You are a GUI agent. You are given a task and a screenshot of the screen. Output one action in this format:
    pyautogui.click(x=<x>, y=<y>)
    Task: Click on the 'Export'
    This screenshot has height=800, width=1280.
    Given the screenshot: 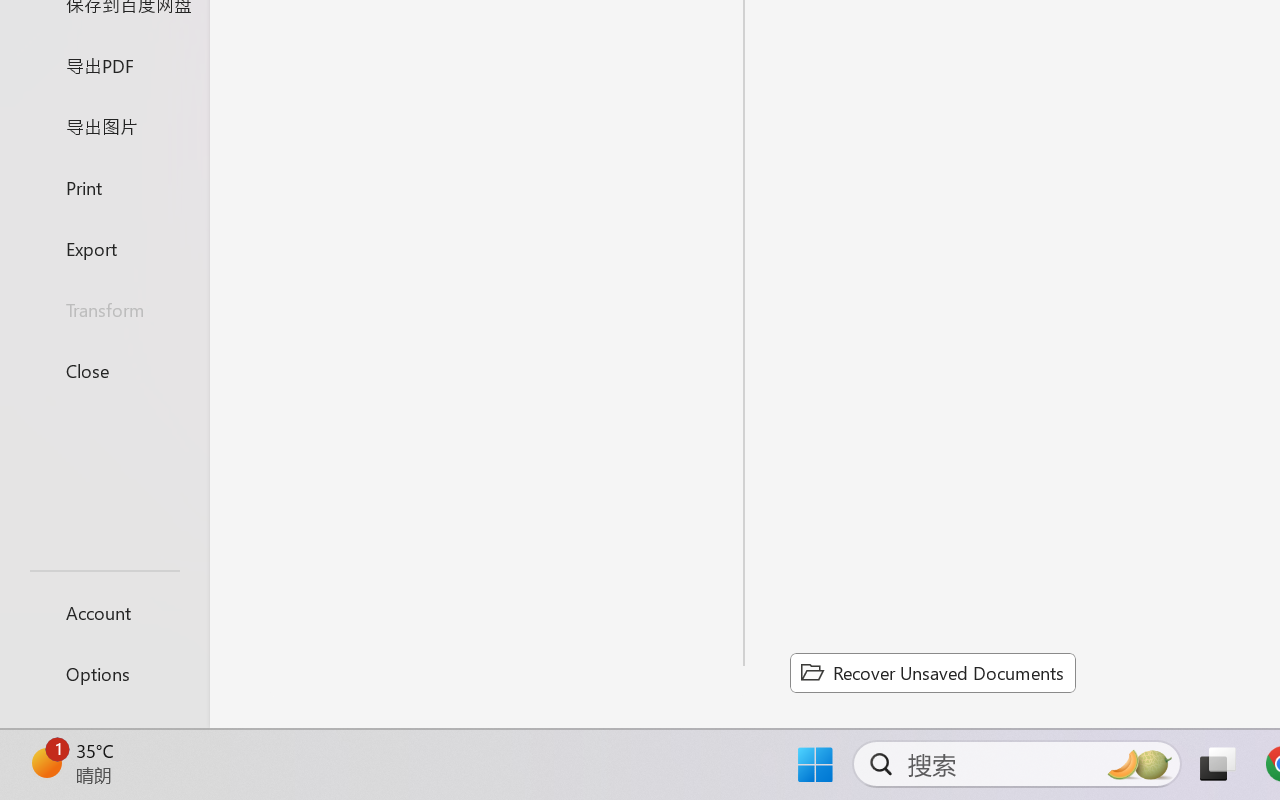 What is the action you would take?
    pyautogui.click(x=103, y=247)
    